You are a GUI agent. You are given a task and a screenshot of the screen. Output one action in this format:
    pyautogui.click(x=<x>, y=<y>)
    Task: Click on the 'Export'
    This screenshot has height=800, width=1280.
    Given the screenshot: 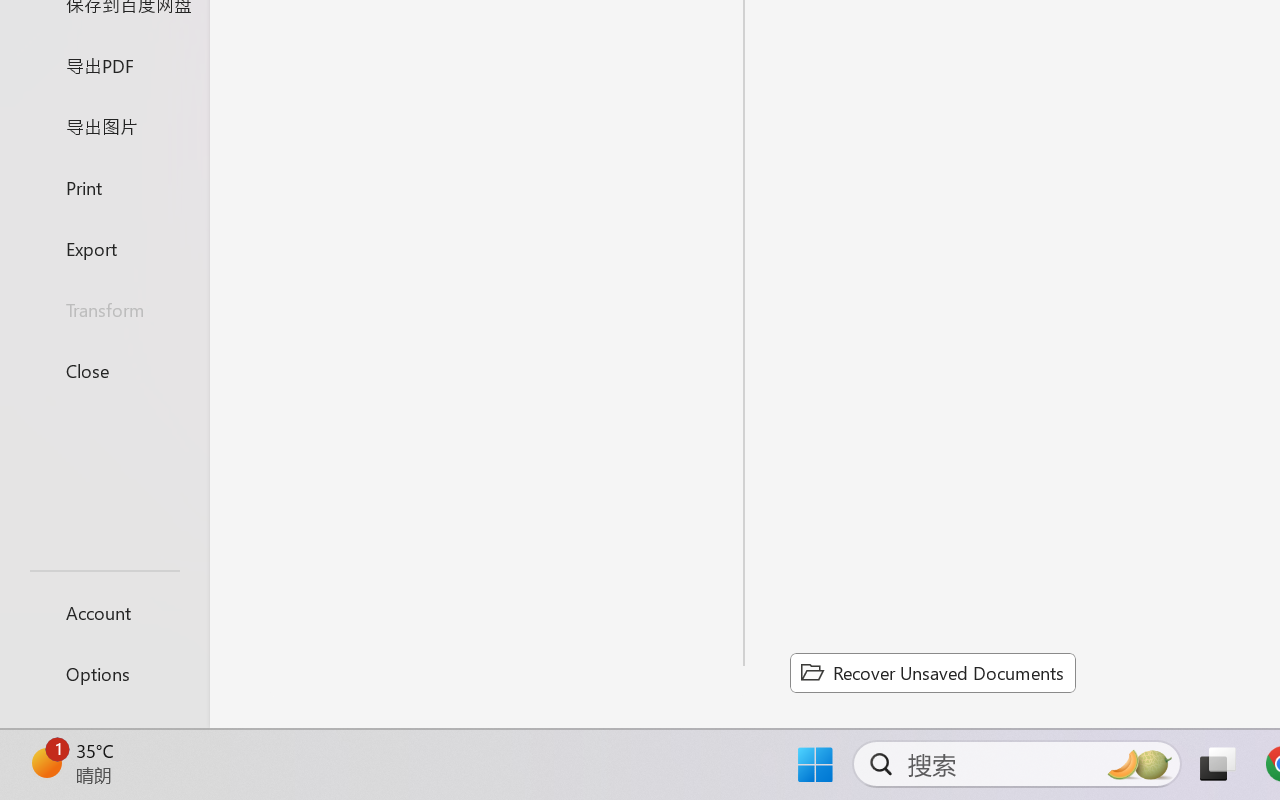 What is the action you would take?
    pyautogui.click(x=103, y=247)
    